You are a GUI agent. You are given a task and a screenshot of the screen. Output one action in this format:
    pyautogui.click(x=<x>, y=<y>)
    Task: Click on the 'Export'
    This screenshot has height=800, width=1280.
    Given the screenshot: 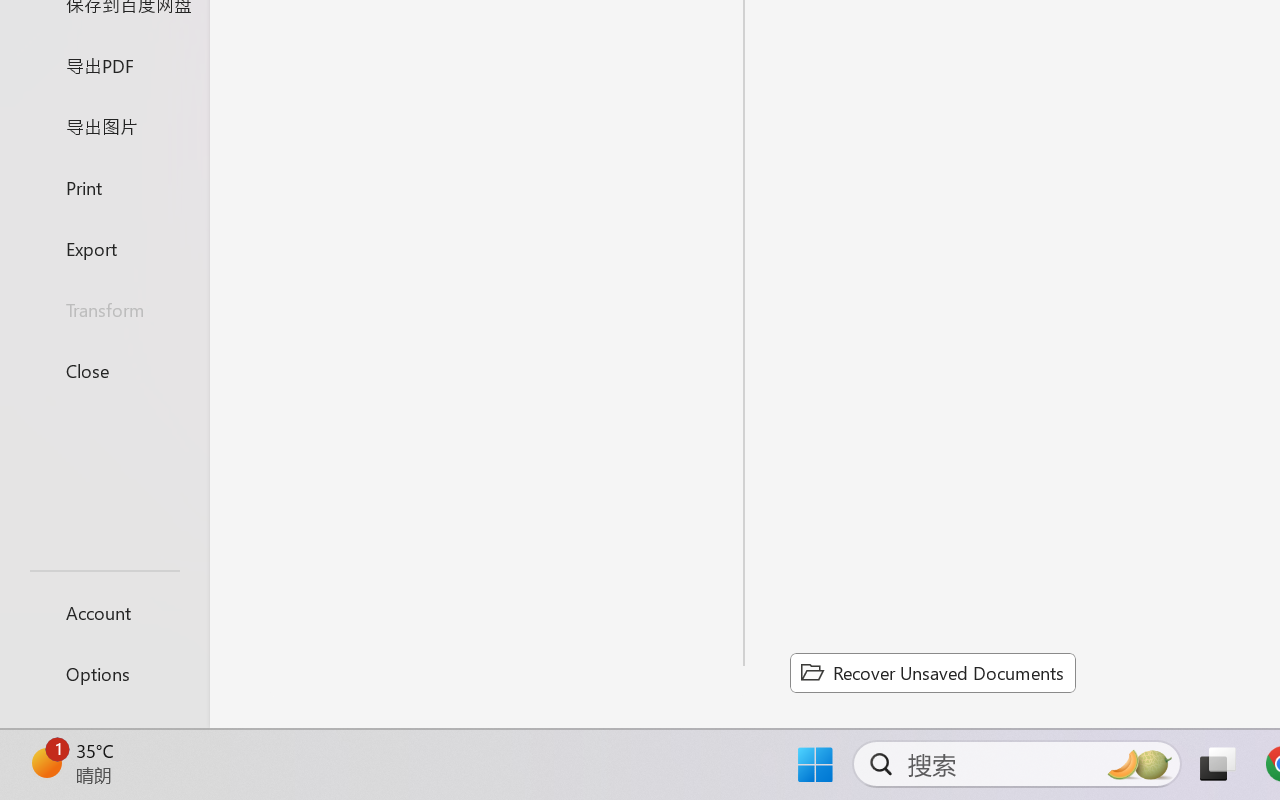 What is the action you would take?
    pyautogui.click(x=103, y=247)
    